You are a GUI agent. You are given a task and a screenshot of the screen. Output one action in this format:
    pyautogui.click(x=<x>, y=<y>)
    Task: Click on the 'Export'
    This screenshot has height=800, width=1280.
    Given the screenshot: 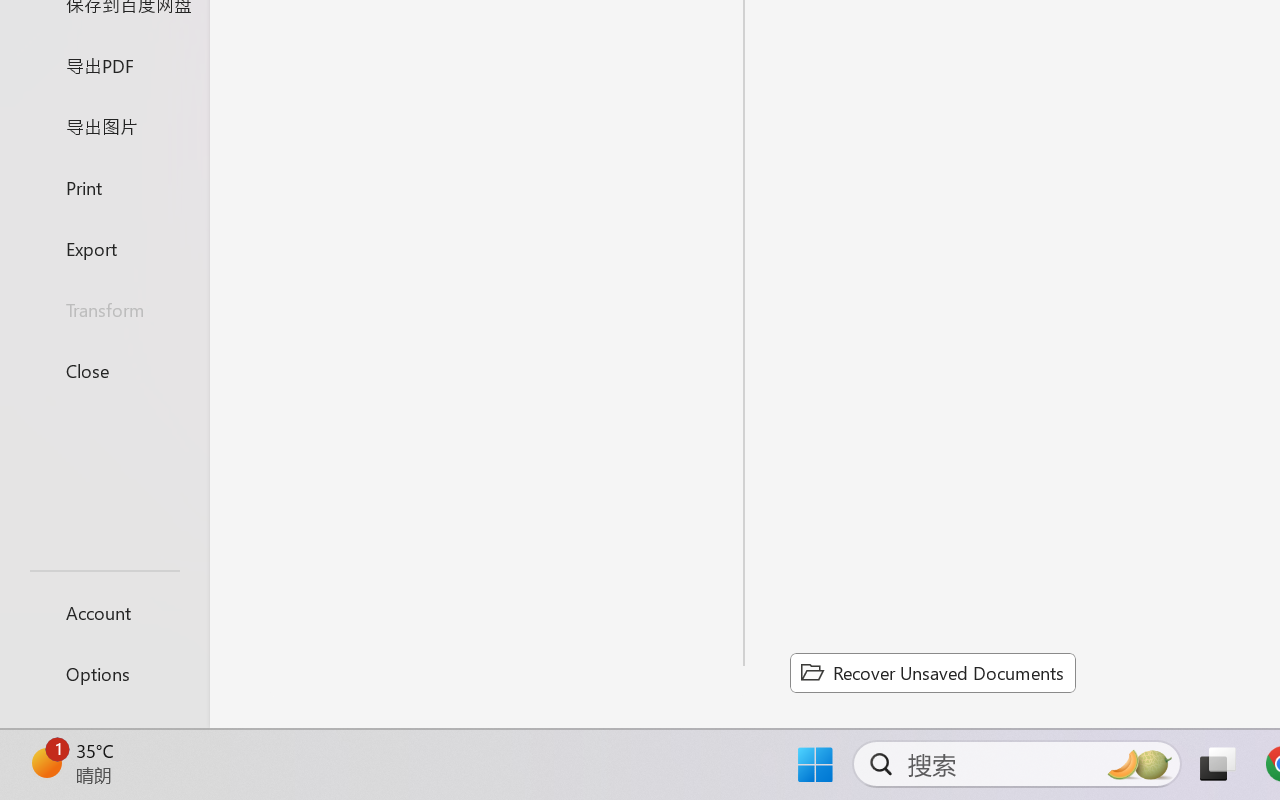 What is the action you would take?
    pyautogui.click(x=103, y=247)
    